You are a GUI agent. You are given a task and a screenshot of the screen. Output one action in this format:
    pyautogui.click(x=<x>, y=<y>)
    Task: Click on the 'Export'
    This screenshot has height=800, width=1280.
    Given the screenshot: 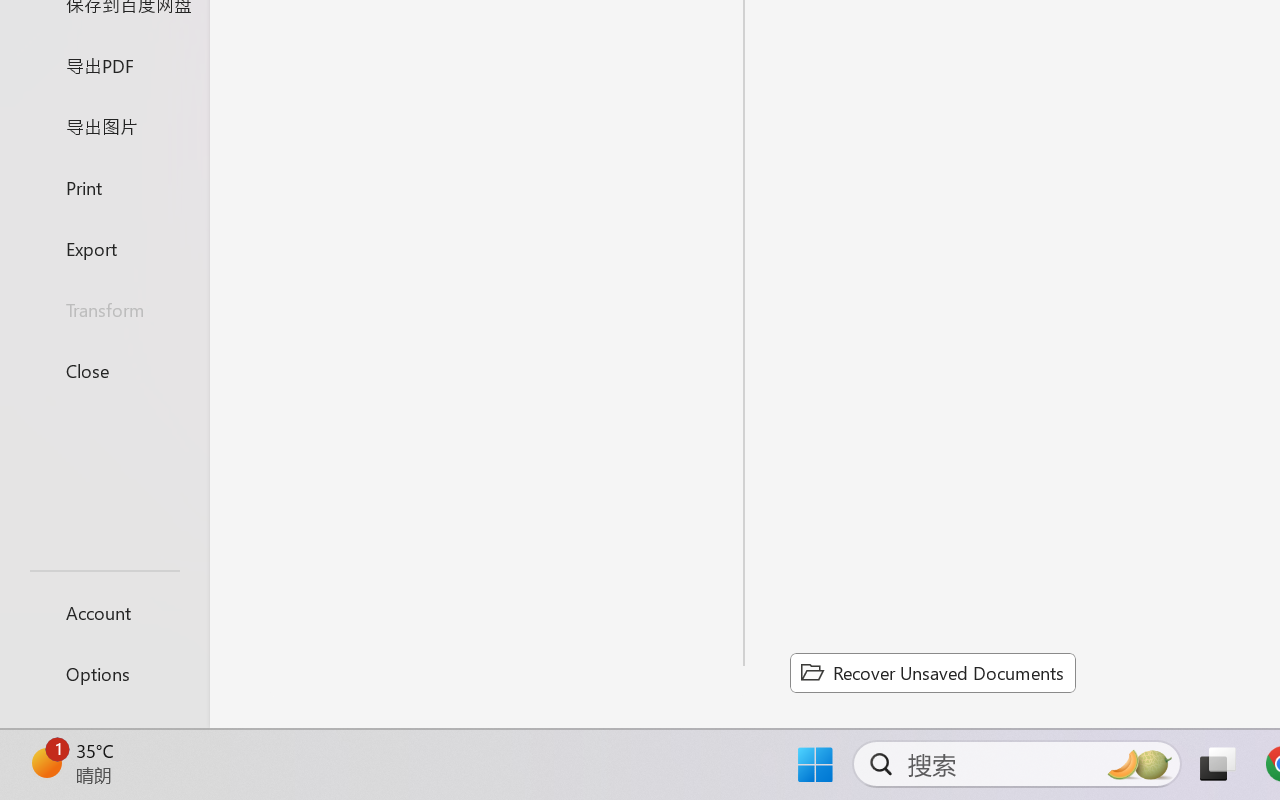 What is the action you would take?
    pyautogui.click(x=103, y=247)
    